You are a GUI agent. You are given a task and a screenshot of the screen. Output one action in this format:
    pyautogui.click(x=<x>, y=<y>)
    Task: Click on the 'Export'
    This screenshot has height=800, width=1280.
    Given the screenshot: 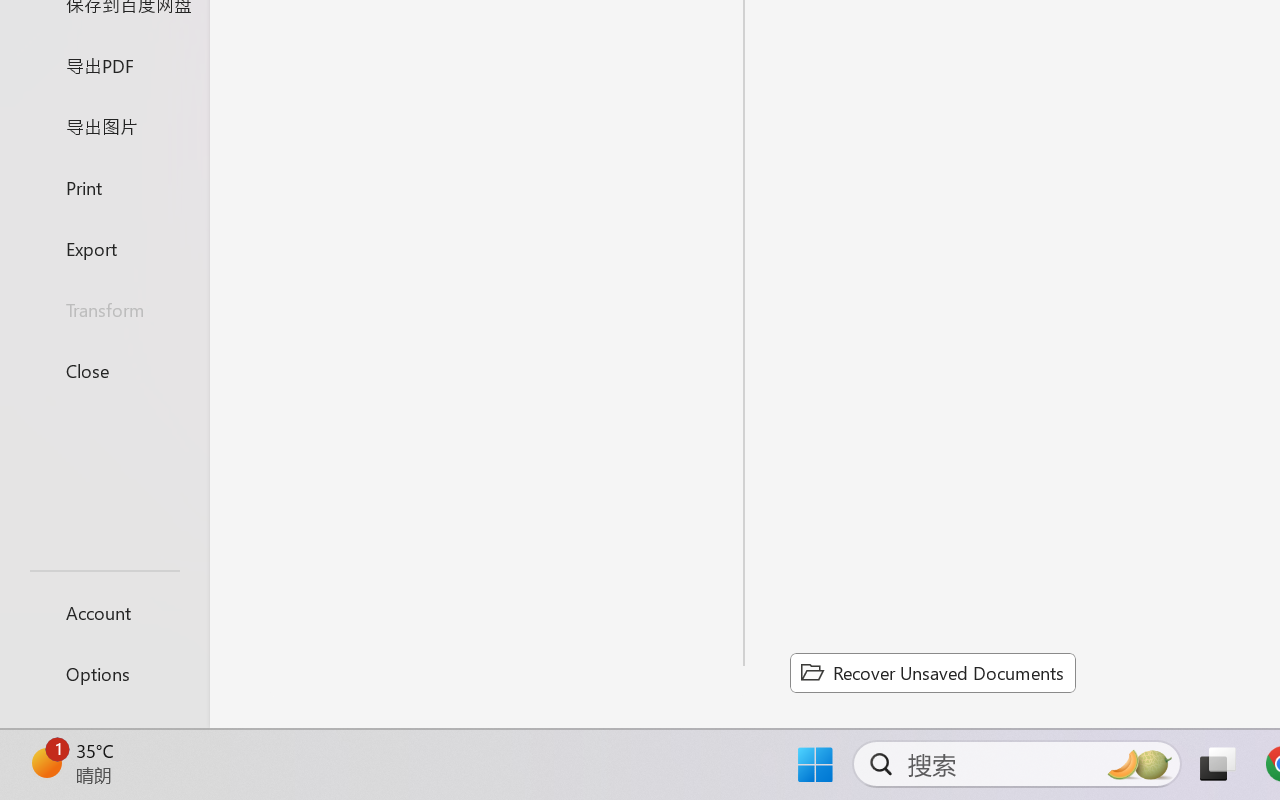 What is the action you would take?
    pyautogui.click(x=103, y=247)
    